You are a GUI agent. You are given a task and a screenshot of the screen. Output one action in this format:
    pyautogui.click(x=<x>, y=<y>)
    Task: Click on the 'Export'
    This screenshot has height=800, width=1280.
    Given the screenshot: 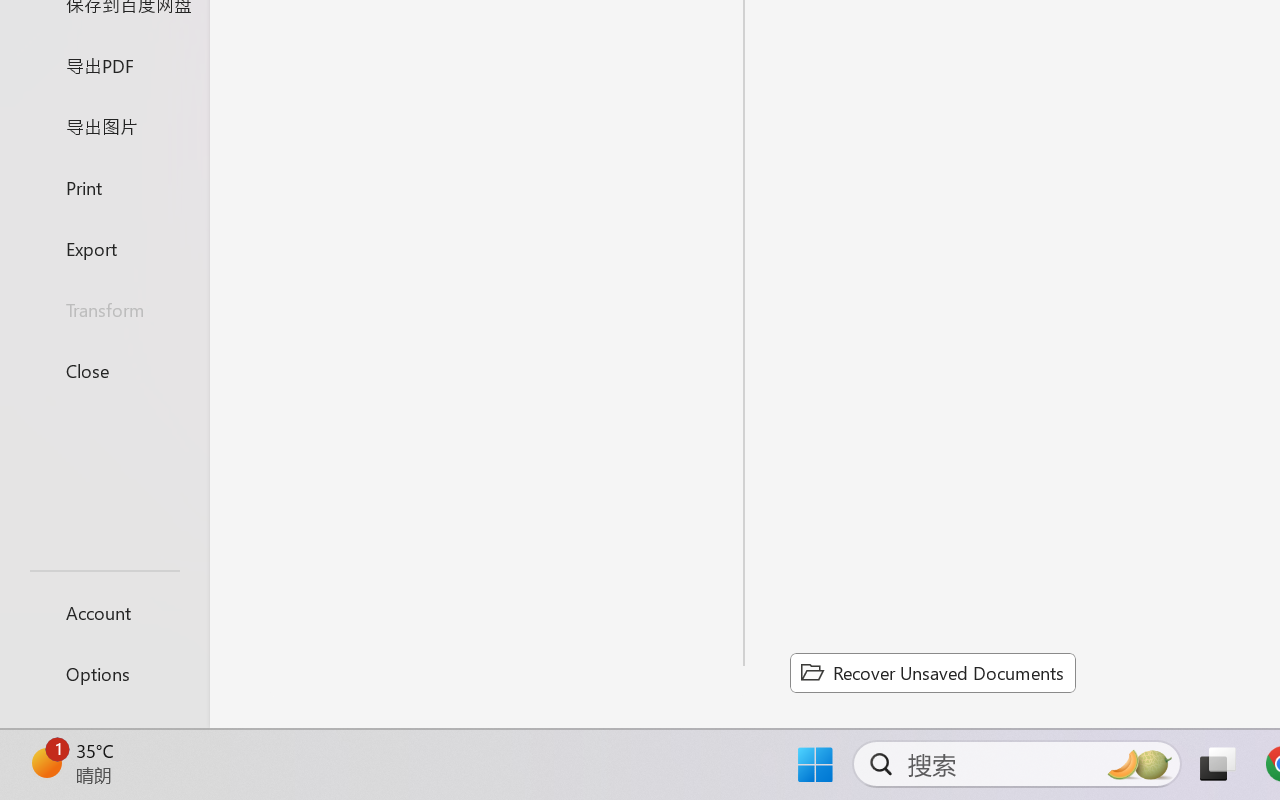 What is the action you would take?
    pyautogui.click(x=103, y=247)
    